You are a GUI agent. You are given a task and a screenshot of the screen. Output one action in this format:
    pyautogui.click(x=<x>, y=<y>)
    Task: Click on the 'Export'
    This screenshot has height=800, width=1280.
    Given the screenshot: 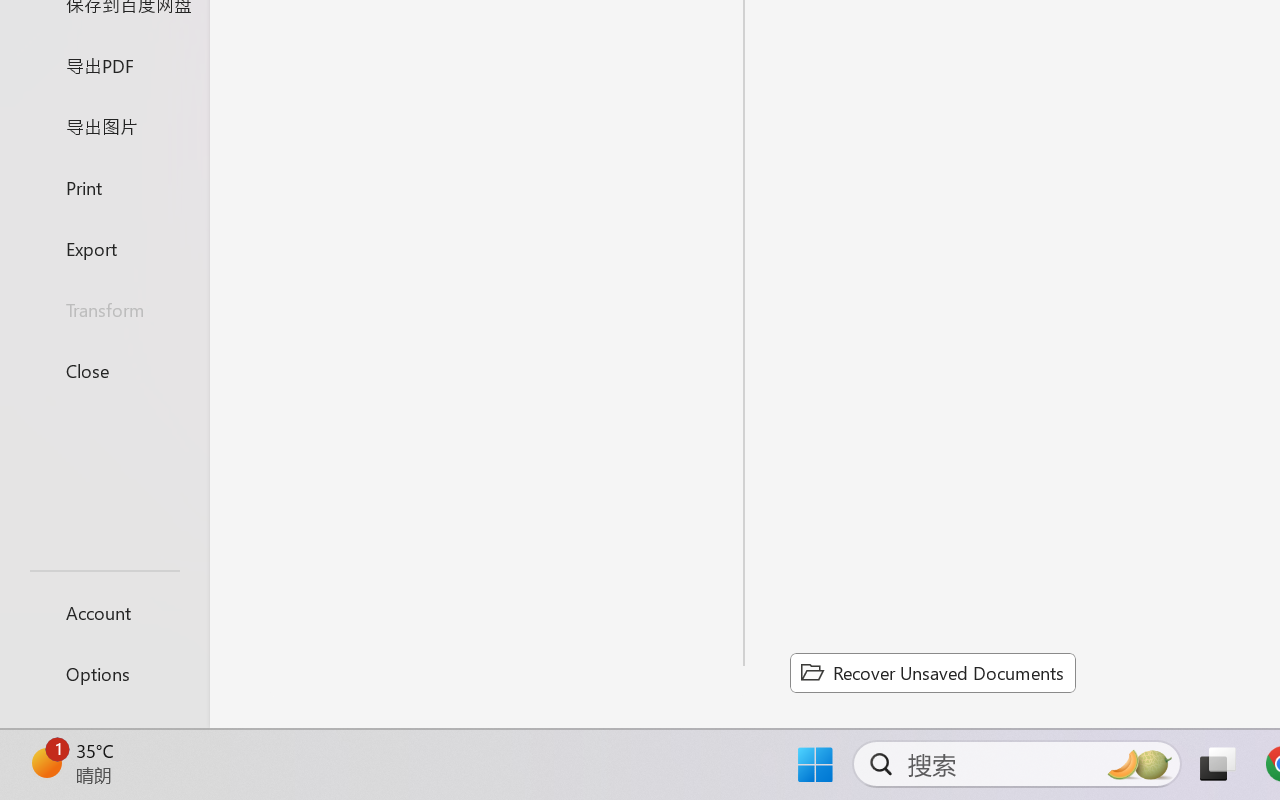 What is the action you would take?
    pyautogui.click(x=103, y=247)
    